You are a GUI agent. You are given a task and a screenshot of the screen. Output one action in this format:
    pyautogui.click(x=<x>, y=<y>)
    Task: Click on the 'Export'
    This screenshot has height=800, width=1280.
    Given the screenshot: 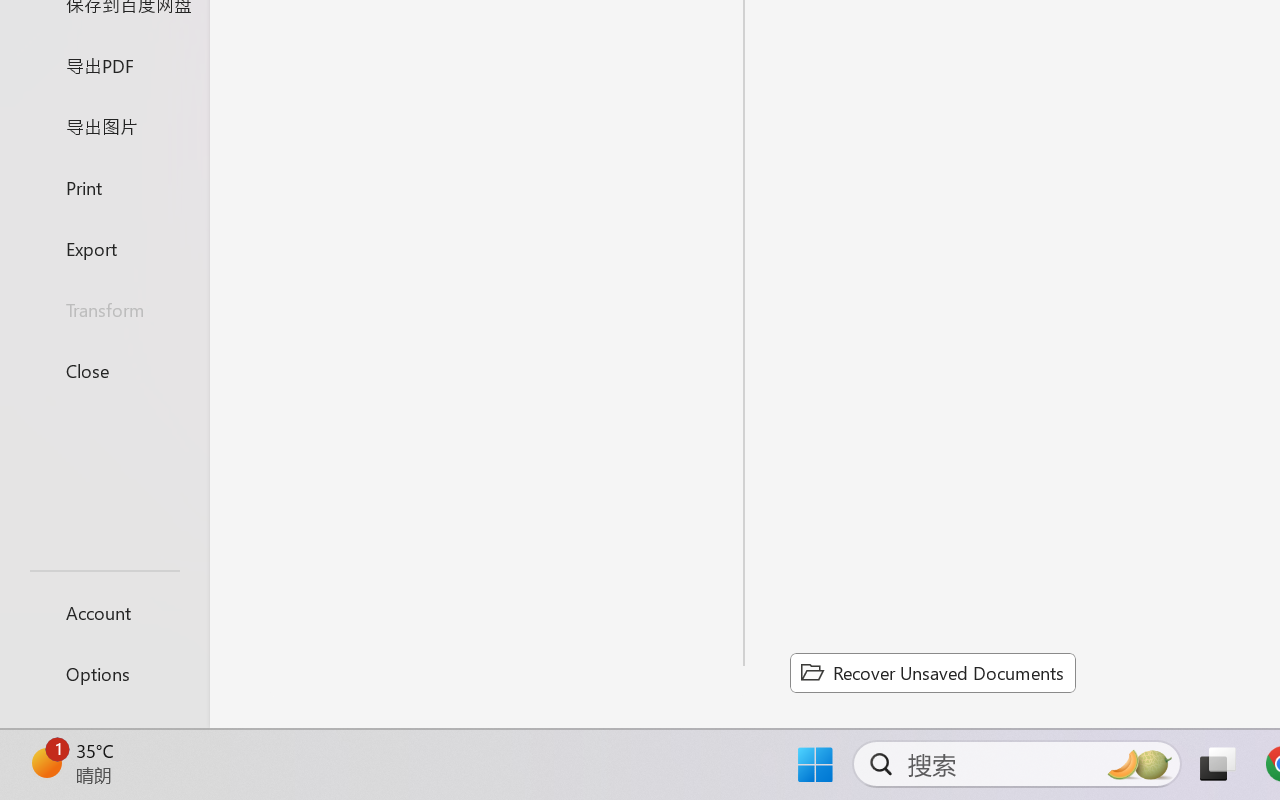 What is the action you would take?
    pyautogui.click(x=103, y=247)
    